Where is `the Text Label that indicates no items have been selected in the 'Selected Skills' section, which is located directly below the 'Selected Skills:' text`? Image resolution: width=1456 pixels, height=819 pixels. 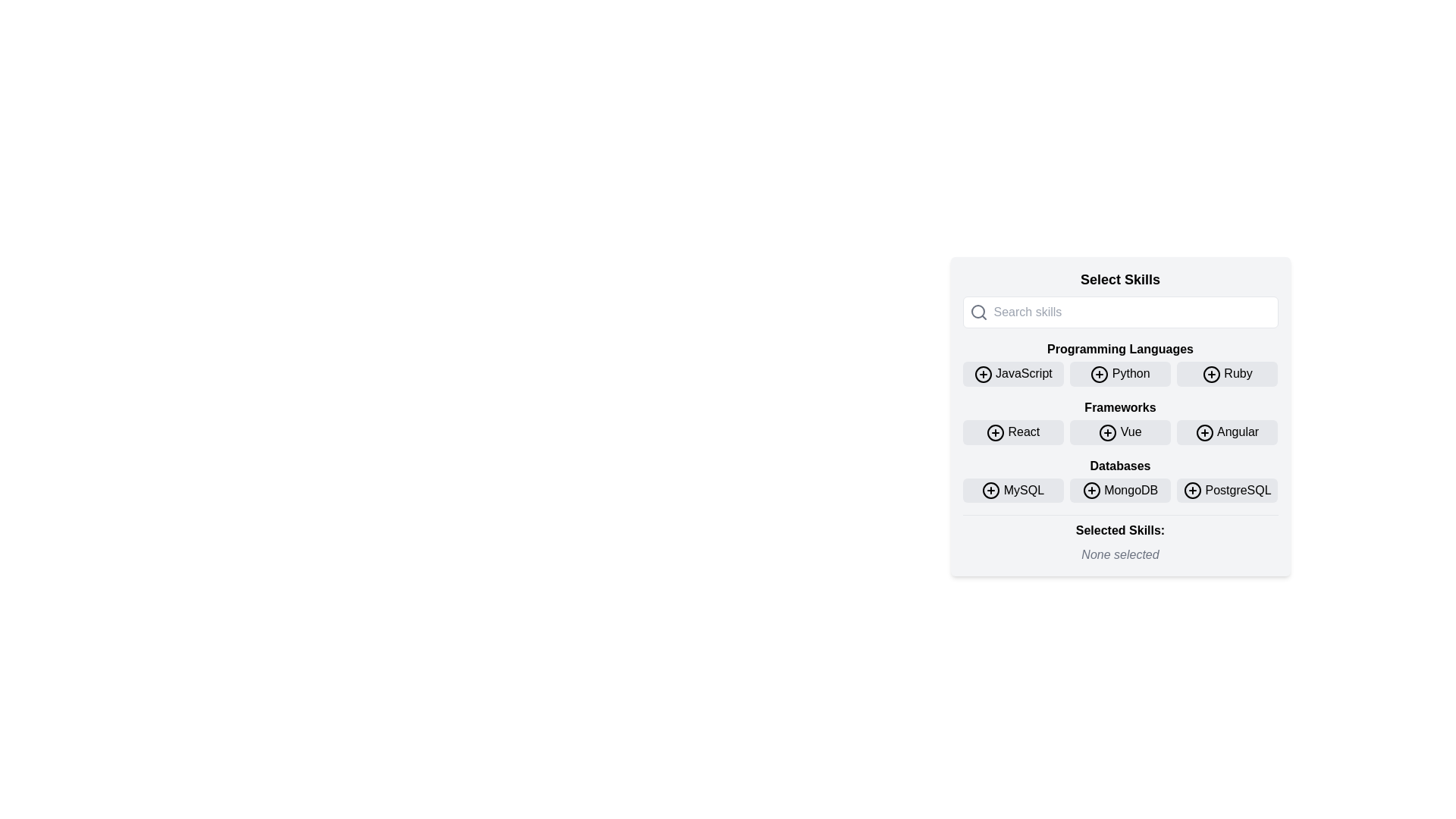 the Text Label that indicates no items have been selected in the 'Selected Skills' section, which is located directly below the 'Selected Skills:' text is located at coordinates (1120, 555).